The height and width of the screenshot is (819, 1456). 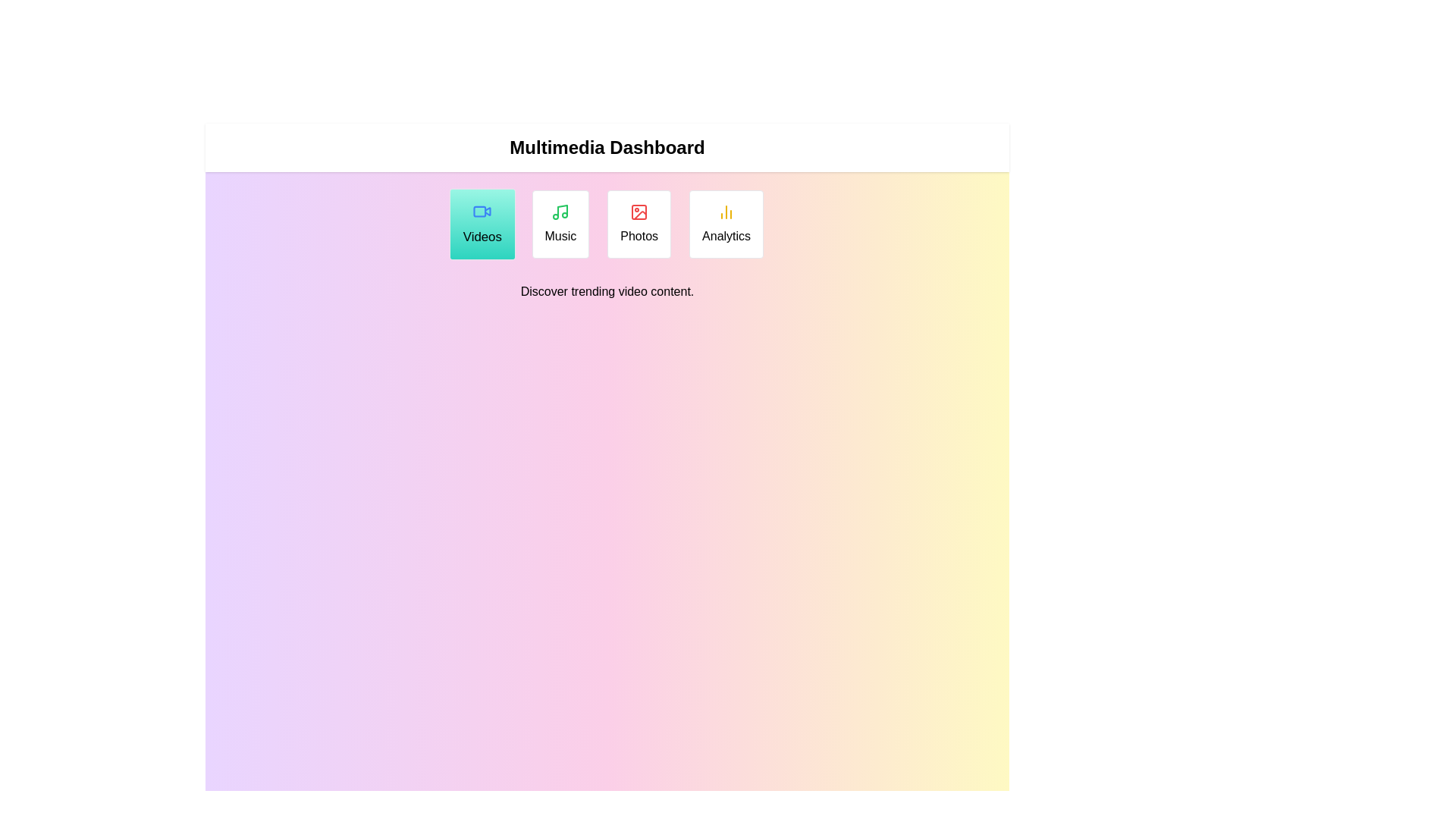 I want to click on the Photos tab, so click(x=639, y=224).